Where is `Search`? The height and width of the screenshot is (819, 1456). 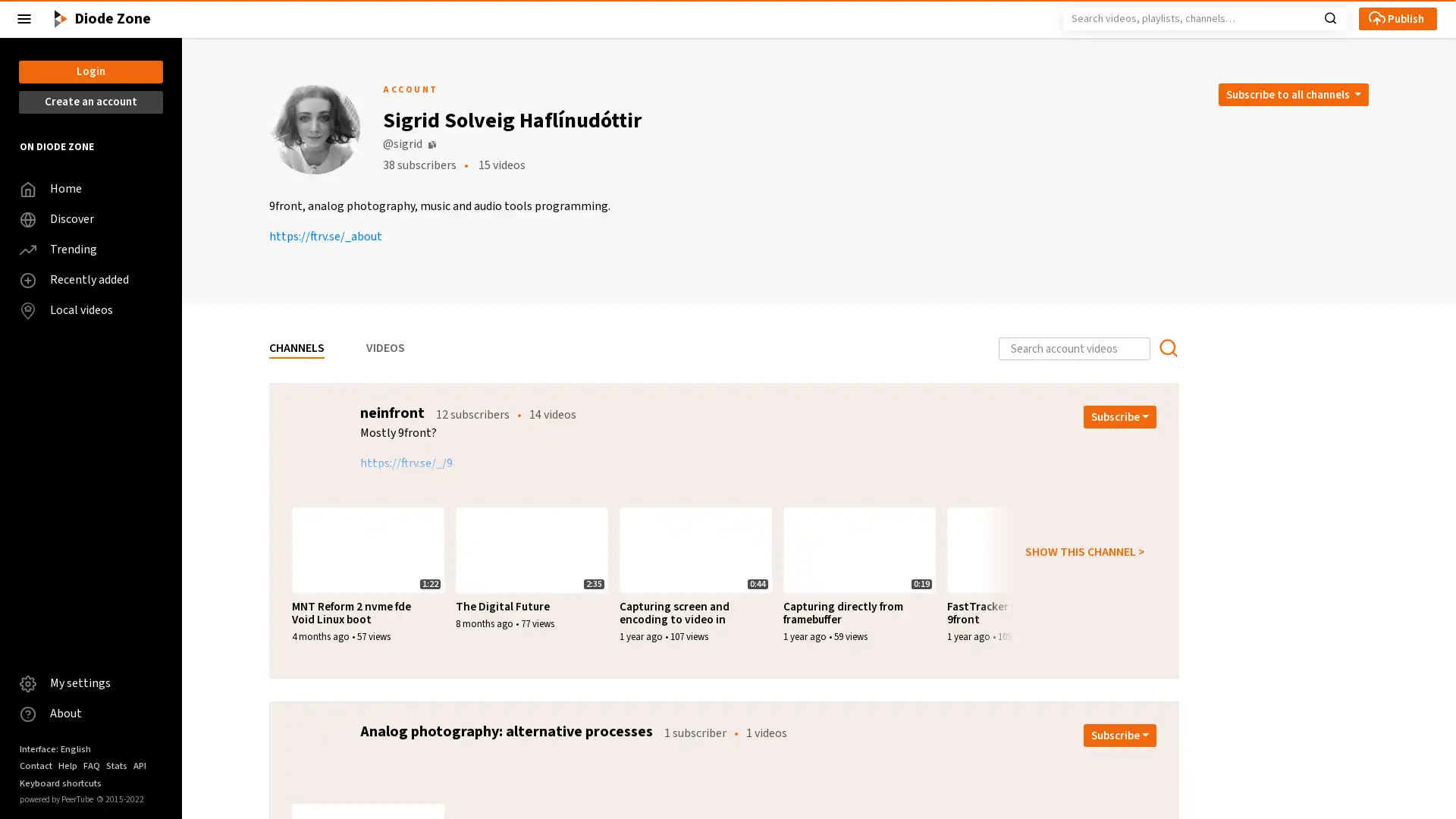 Search is located at coordinates (1329, 17).